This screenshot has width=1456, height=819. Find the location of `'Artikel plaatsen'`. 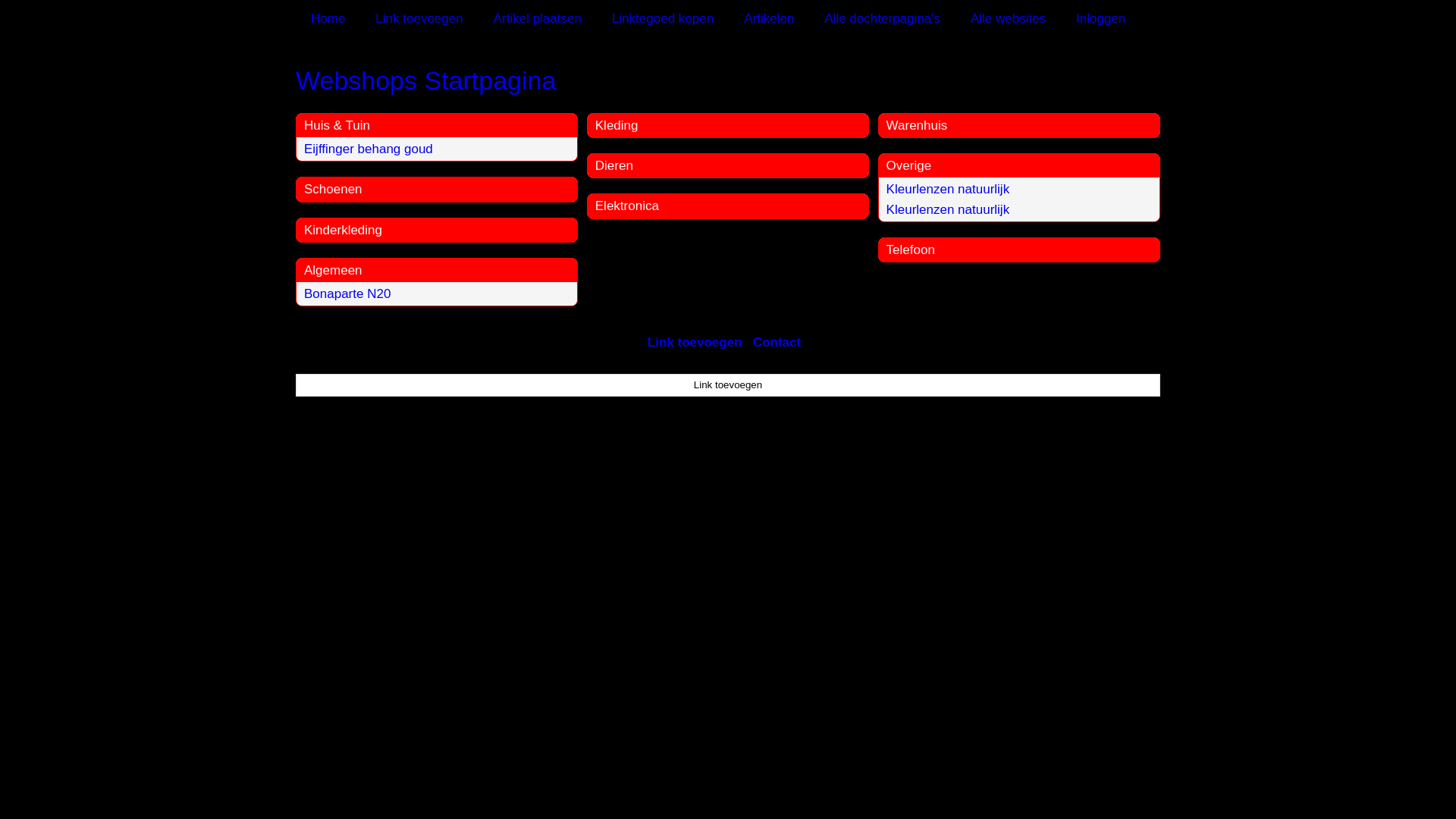

'Artikel plaatsen' is located at coordinates (538, 18).